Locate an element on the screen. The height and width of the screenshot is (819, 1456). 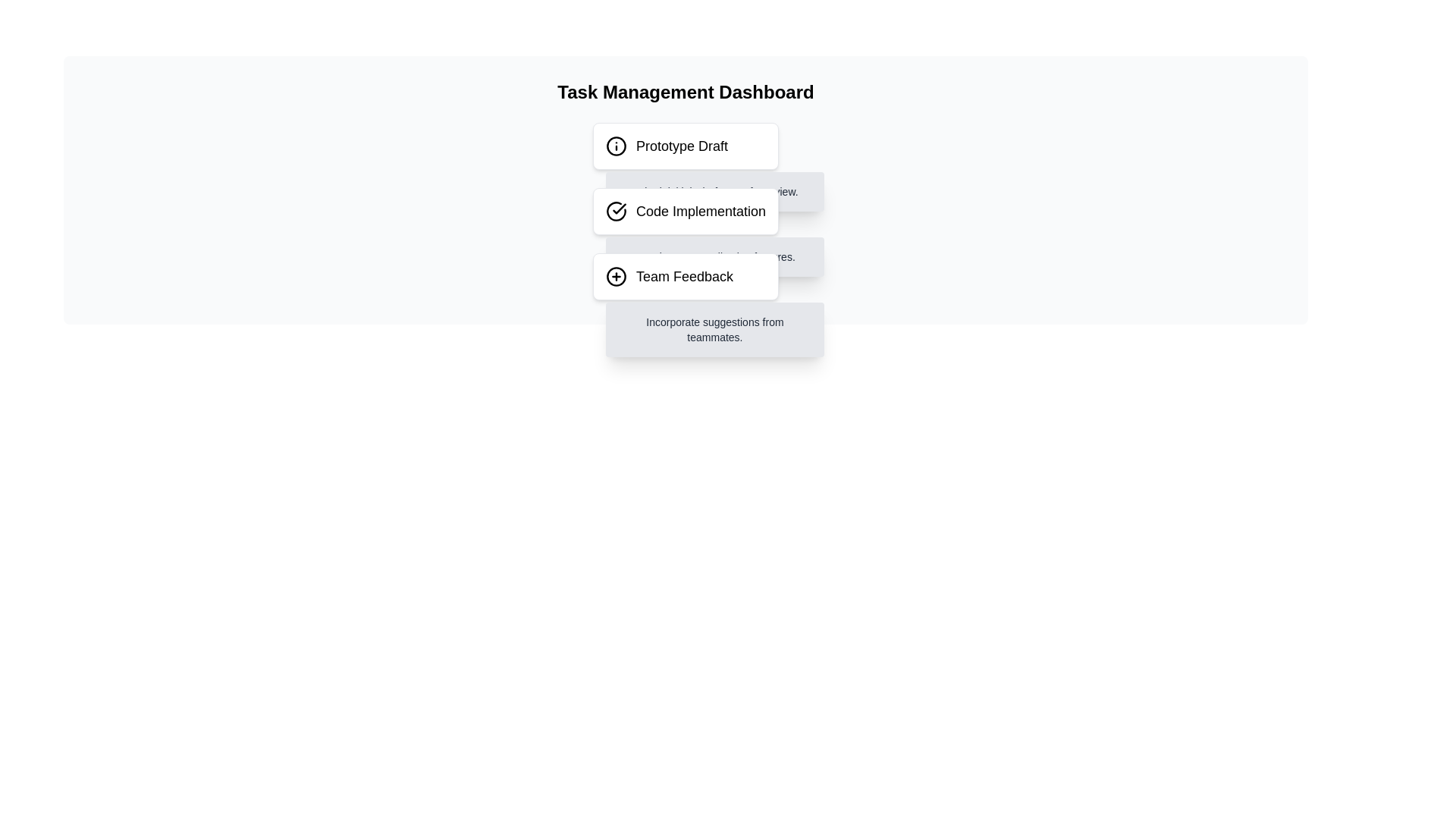
the circular graphic element representing an action or status in the 'Team Feedback' section, specifically located in the center-left portion of the user interface is located at coordinates (616, 277).